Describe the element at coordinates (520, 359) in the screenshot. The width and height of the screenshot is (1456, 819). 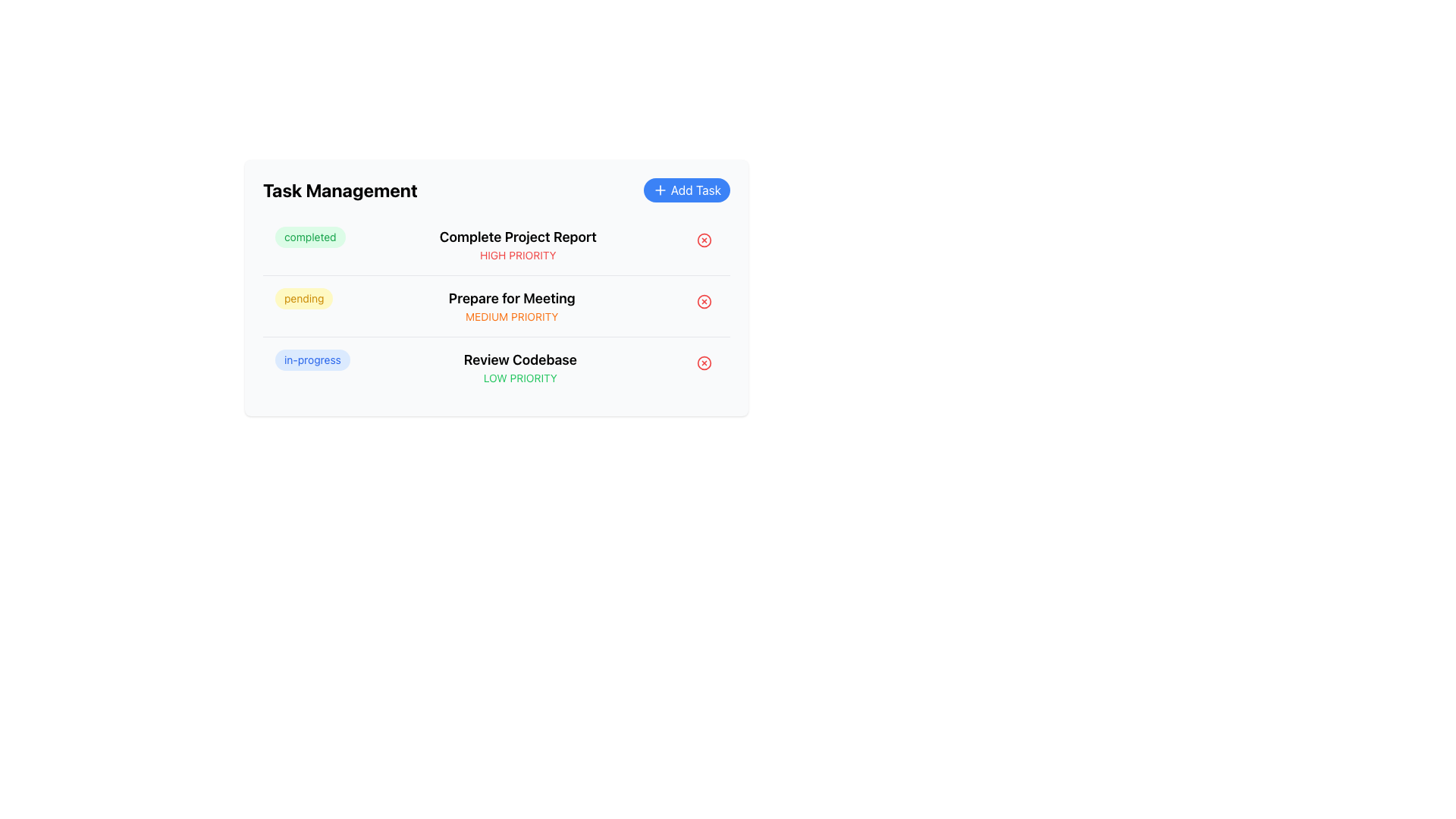
I see `the text label that serves as the title of a task` at that location.